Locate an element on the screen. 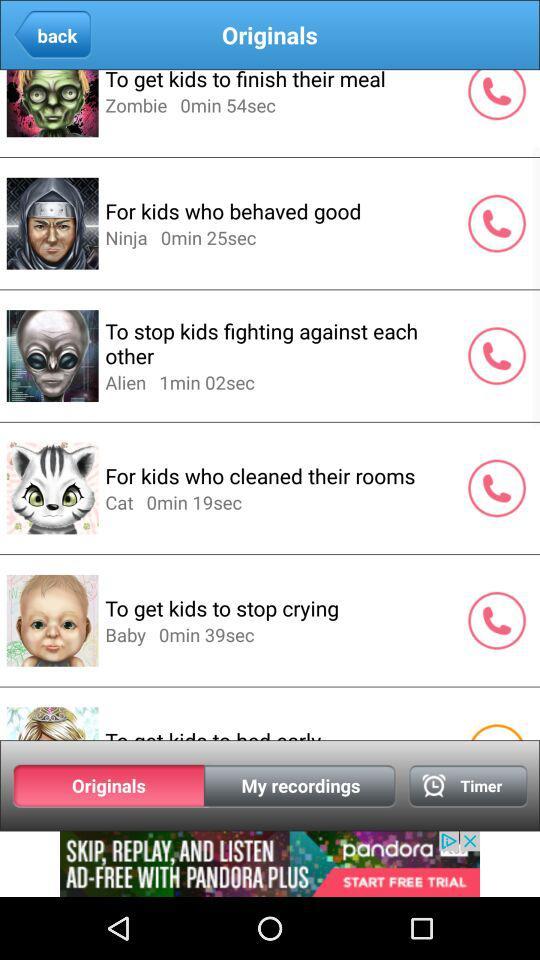  clock page is located at coordinates (468, 785).